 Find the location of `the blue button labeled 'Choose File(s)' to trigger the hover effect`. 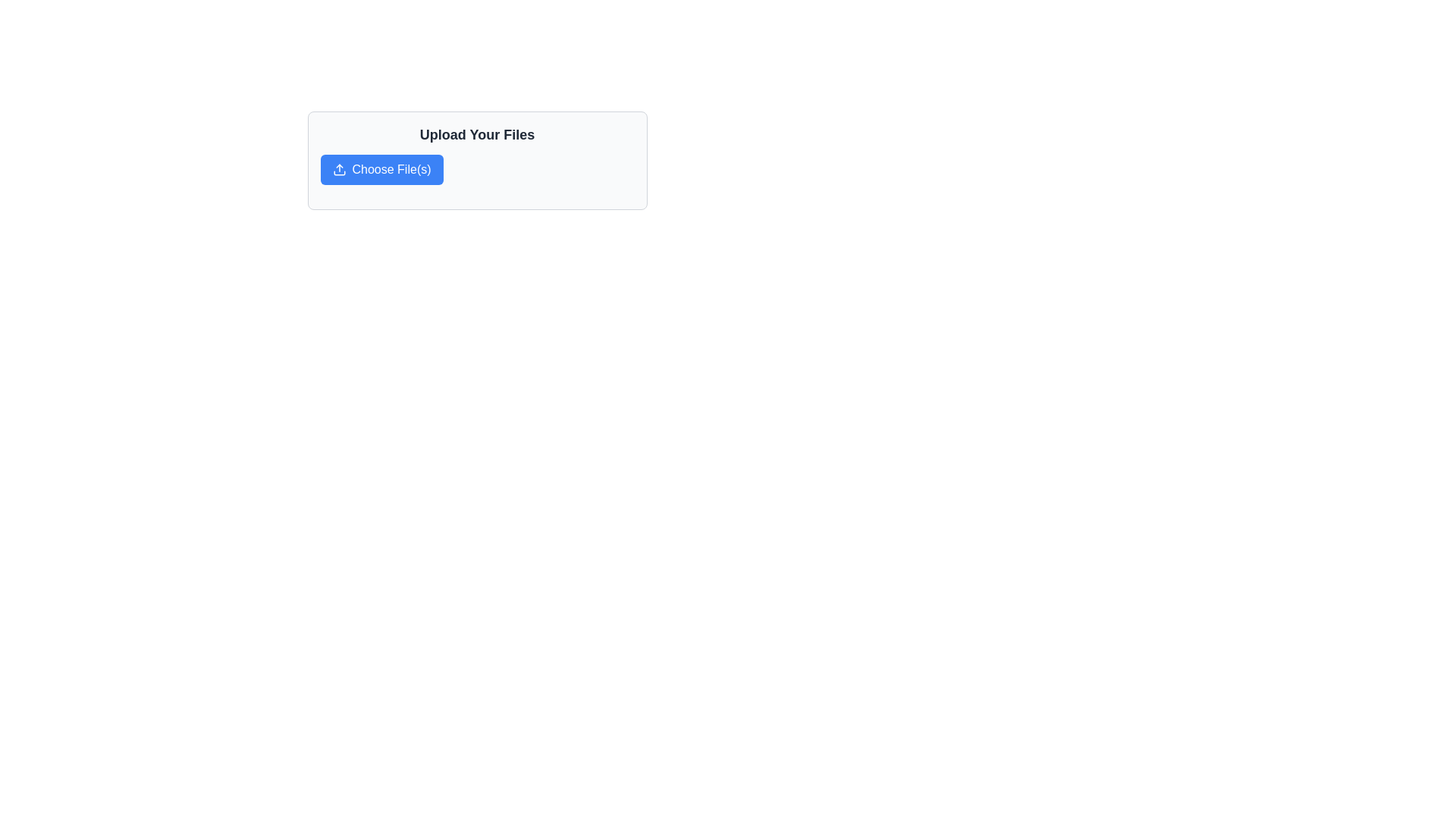

the blue button labeled 'Choose File(s)' to trigger the hover effect is located at coordinates (381, 169).